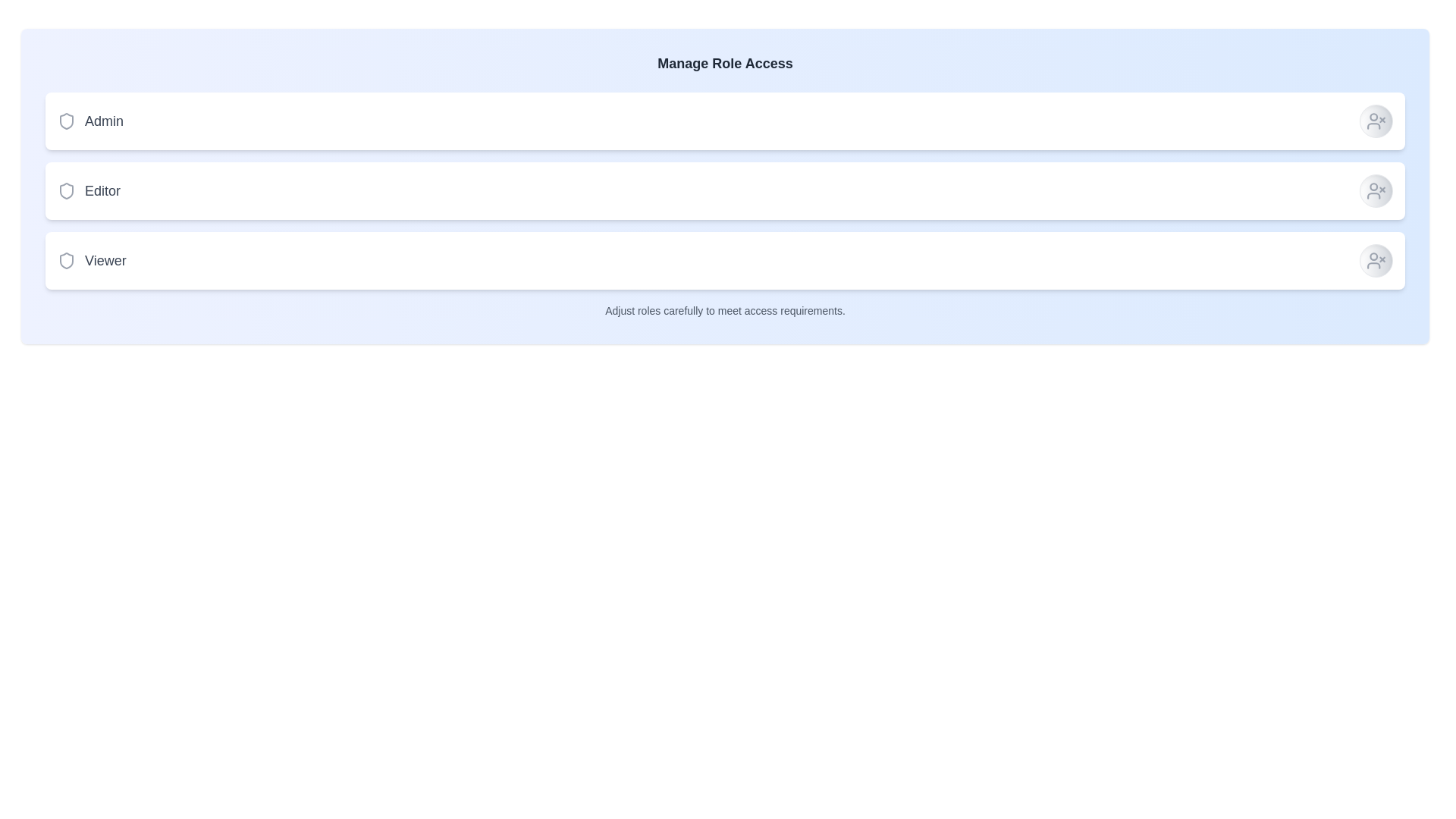 Image resolution: width=1456 pixels, height=819 pixels. Describe the element at coordinates (1376, 259) in the screenshot. I see `the circular button with a gradient background and a user silhouette icon with an 'x' mark beside it, located at the right edge of the row` at that location.